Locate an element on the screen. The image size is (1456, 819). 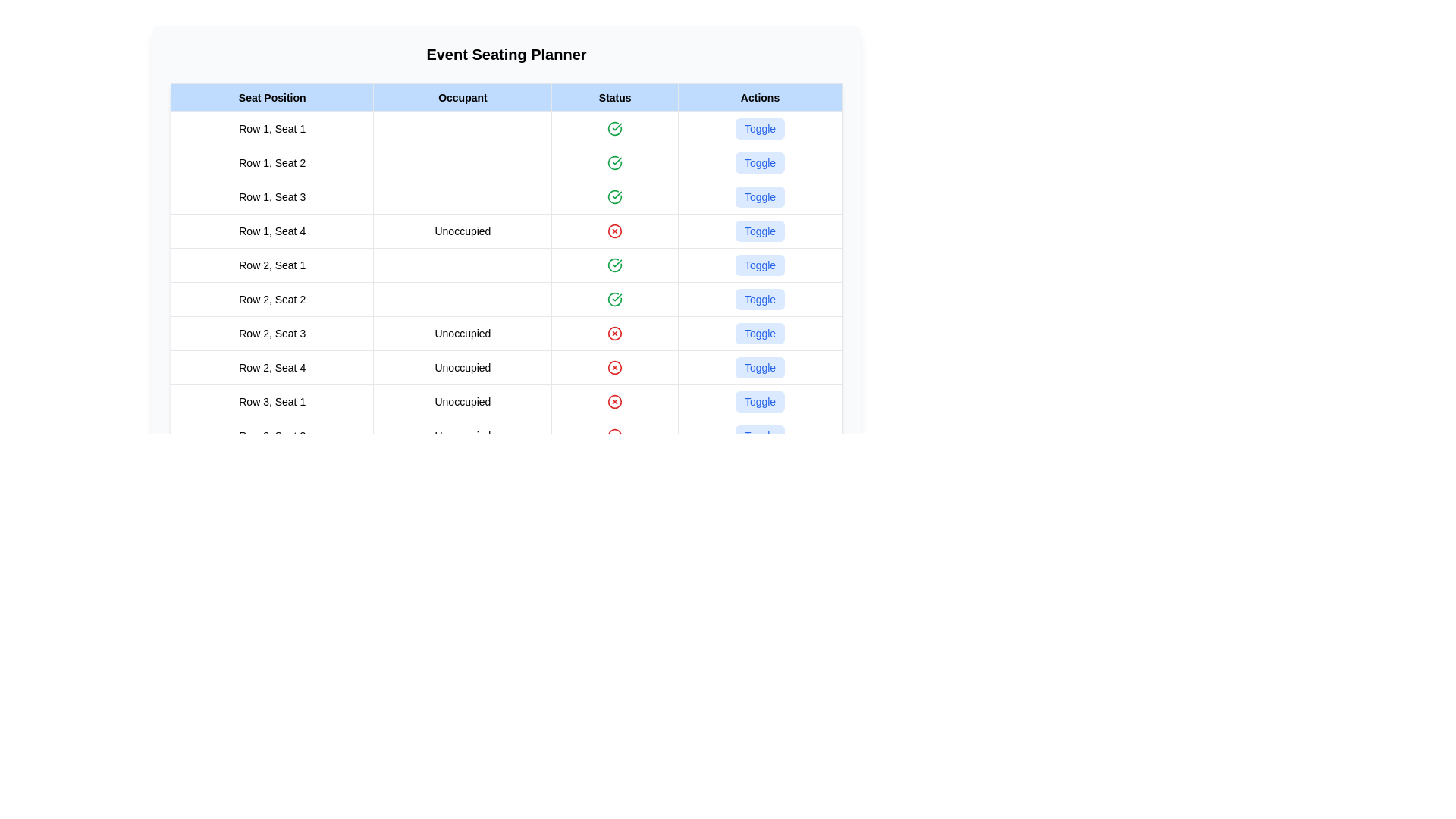
the green checkmark icon in the third cell of the 'Status' column for 'Row 1, Seat 3' to indicate its availability or confirmation is located at coordinates (615, 196).